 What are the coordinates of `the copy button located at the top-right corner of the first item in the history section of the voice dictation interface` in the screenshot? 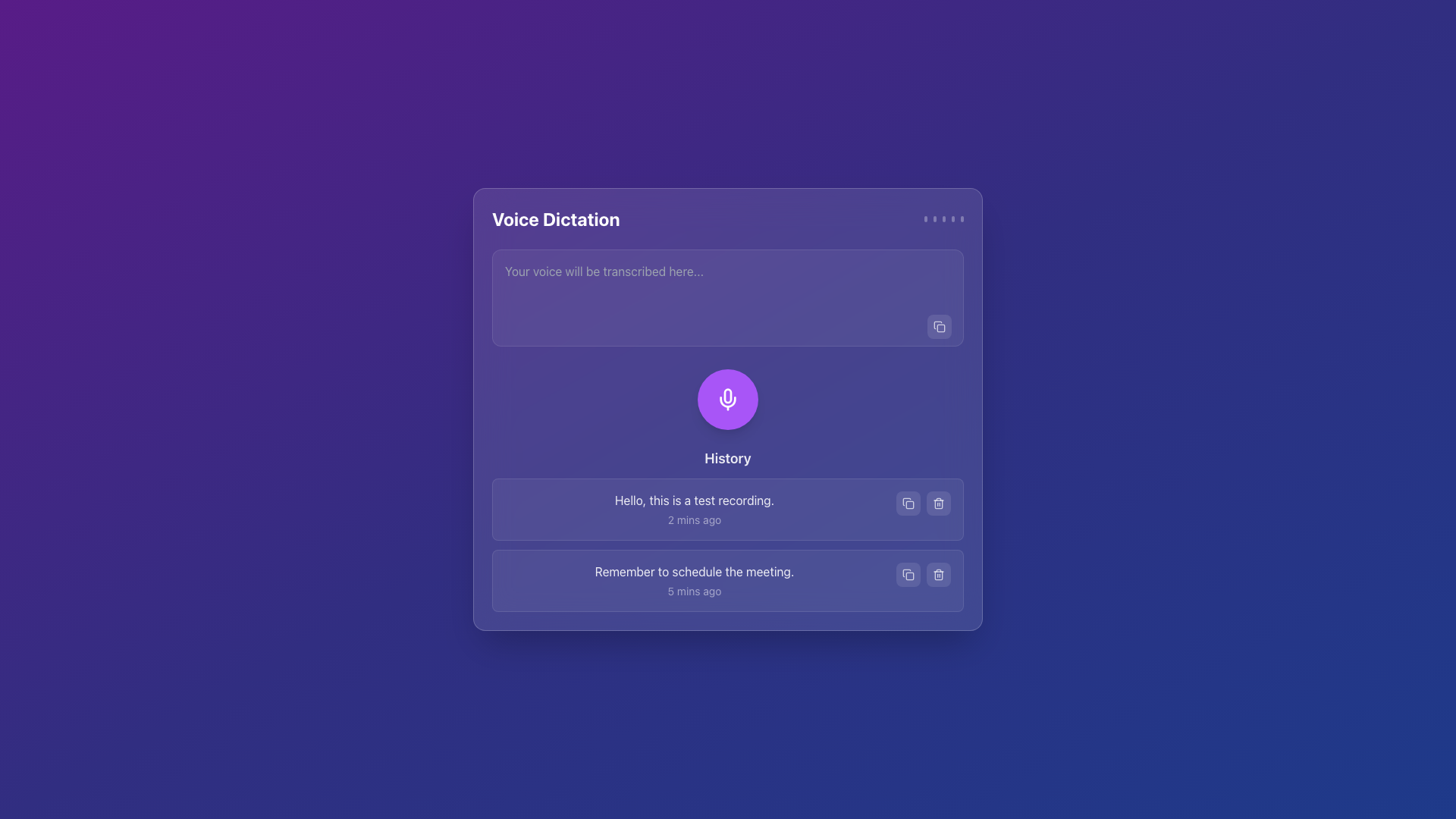 It's located at (908, 503).